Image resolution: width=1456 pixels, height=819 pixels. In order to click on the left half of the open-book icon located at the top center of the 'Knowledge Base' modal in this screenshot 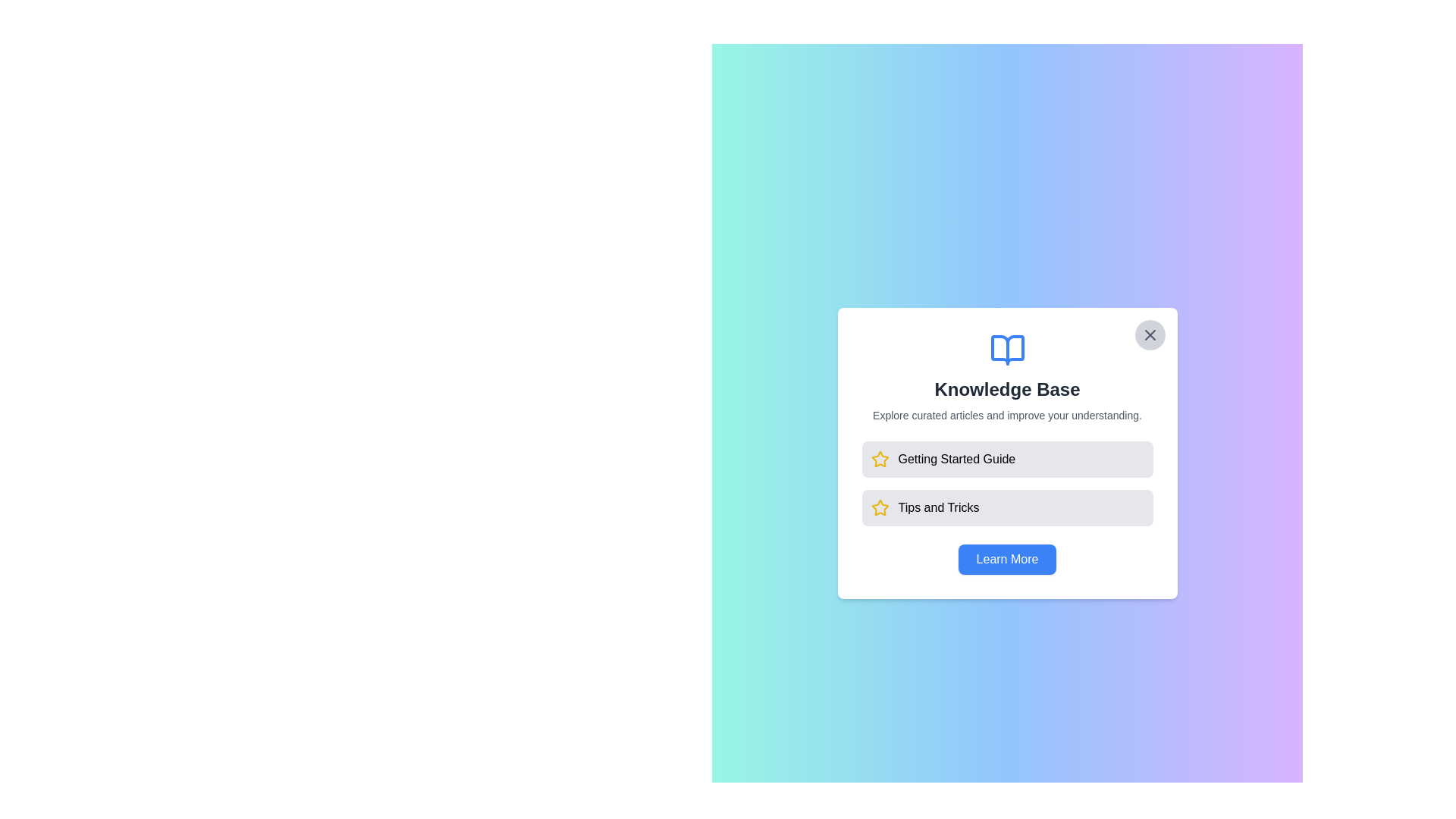, I will do `click(1007, 350)`.